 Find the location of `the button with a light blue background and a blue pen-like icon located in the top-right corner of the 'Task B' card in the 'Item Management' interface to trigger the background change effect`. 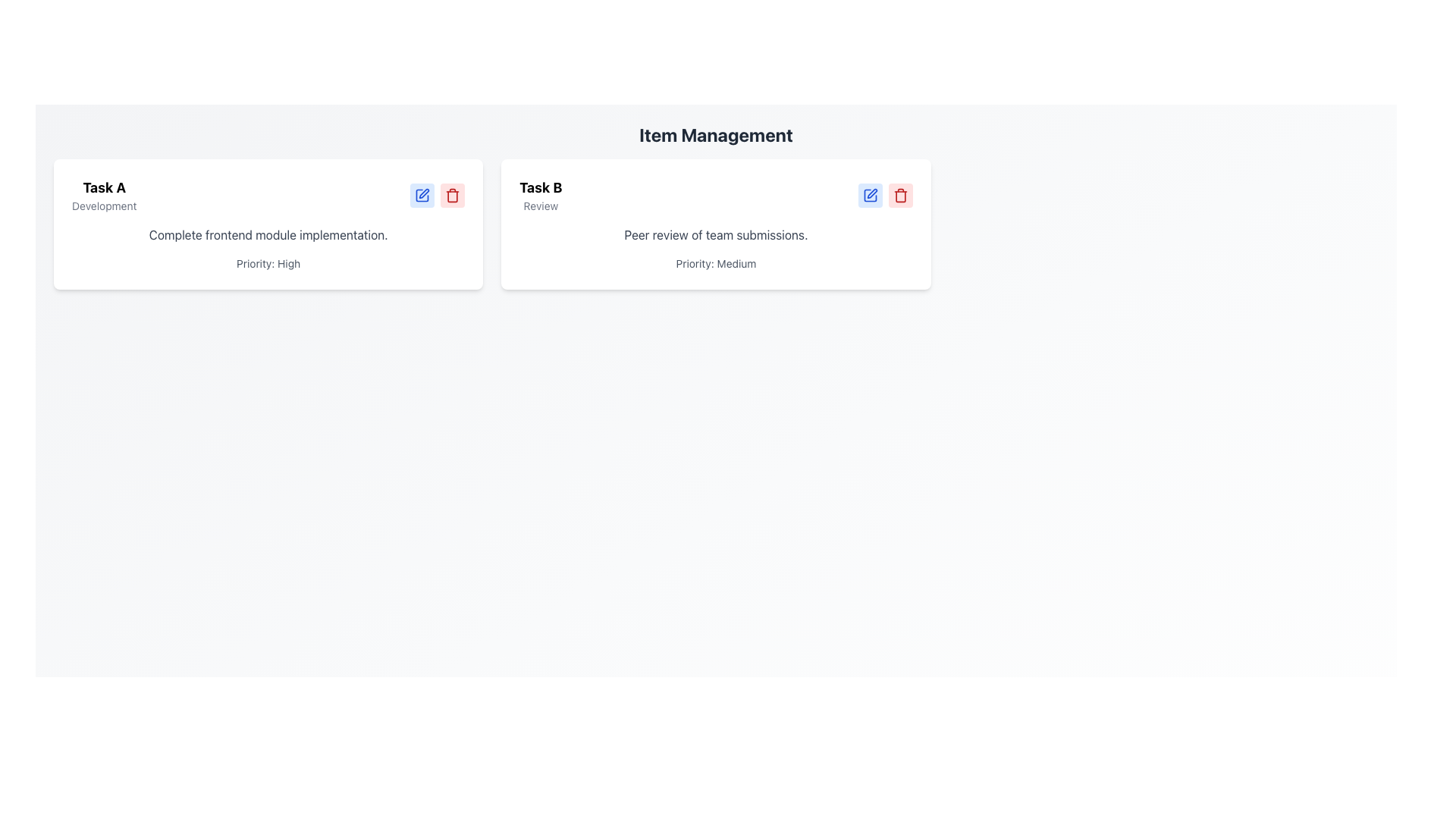

the button with a light blue background and a blue pen-like icon located in the top-right corner of the 'Task B' card in the 'Item Management' interface to trigger the background change effect is located at coordinates (870, 195).